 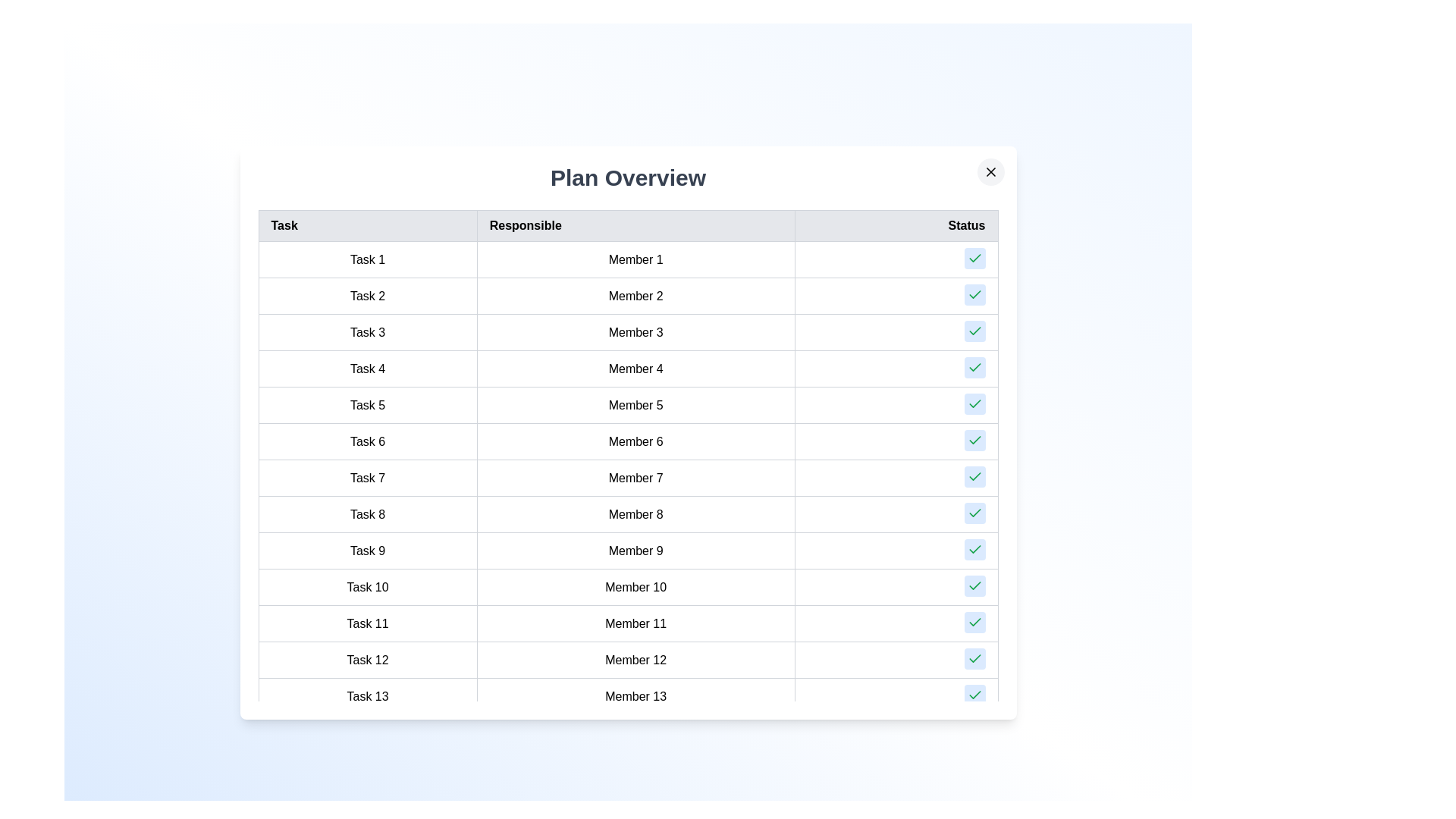 What do you see at coordinates (974, 550) in the screenshot?
I see `the 'Check' button for task 9 to mark it as completed` at bounding box center [974, 550].